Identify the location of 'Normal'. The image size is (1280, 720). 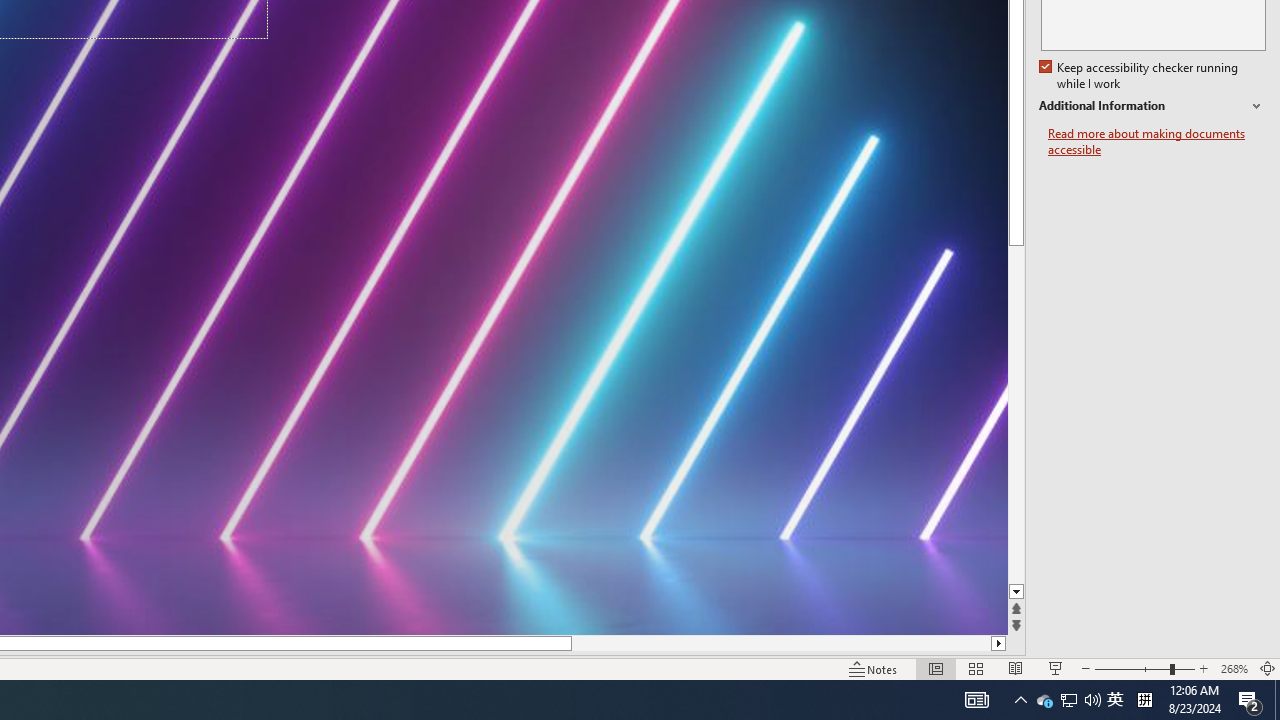
(935, 669).